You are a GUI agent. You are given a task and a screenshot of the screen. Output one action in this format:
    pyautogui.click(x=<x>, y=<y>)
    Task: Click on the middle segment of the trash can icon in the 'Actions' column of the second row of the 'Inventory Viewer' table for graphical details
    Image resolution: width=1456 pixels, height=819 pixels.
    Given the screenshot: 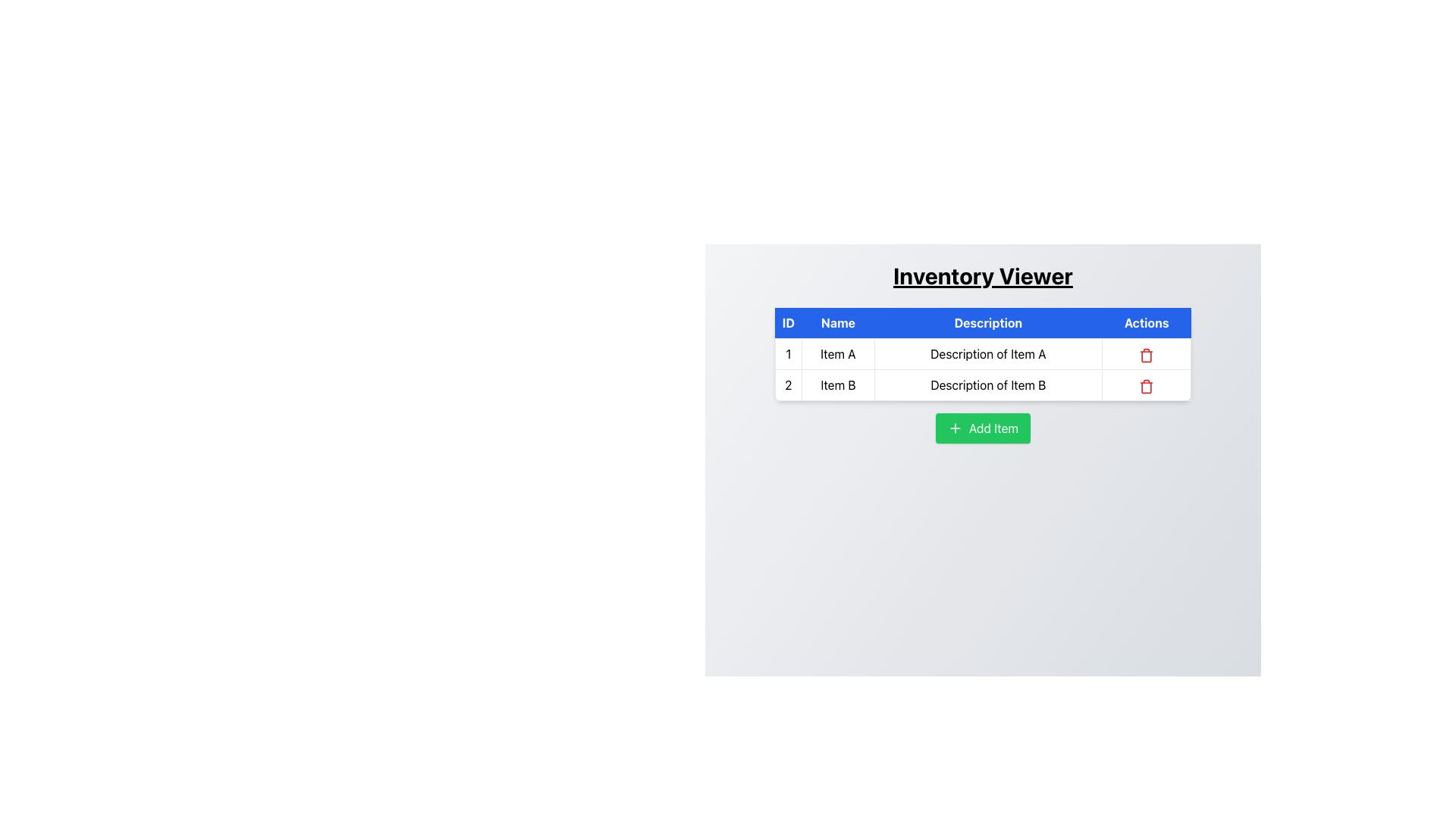 What is the action you would take?
    pyautogui.click(x=1147, y=387)
    